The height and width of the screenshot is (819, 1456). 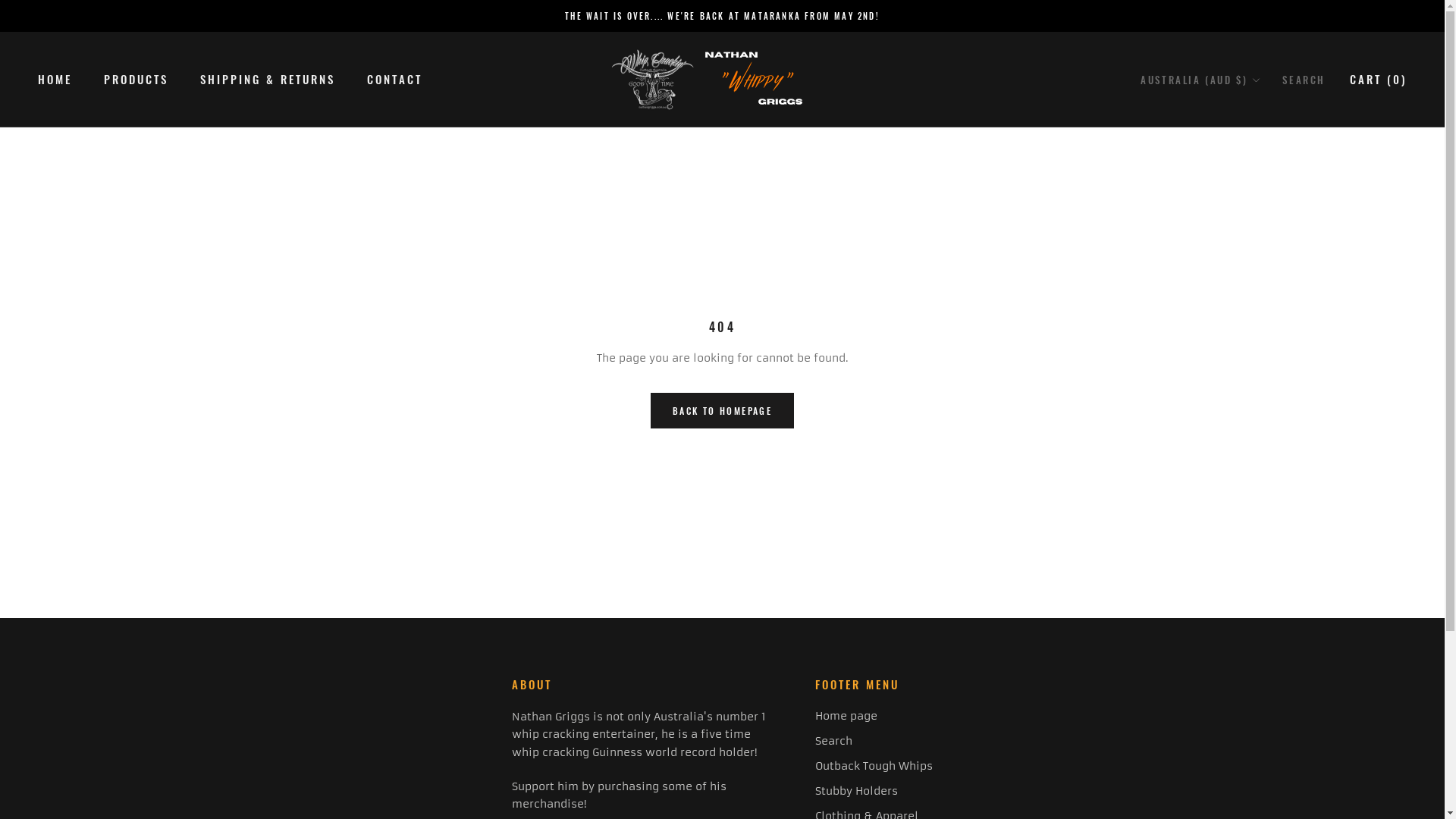 What do you see at coordinates (1303, 80) in the screenshot?
I see `'SEARCH'` at bounding box center [1303, 80].